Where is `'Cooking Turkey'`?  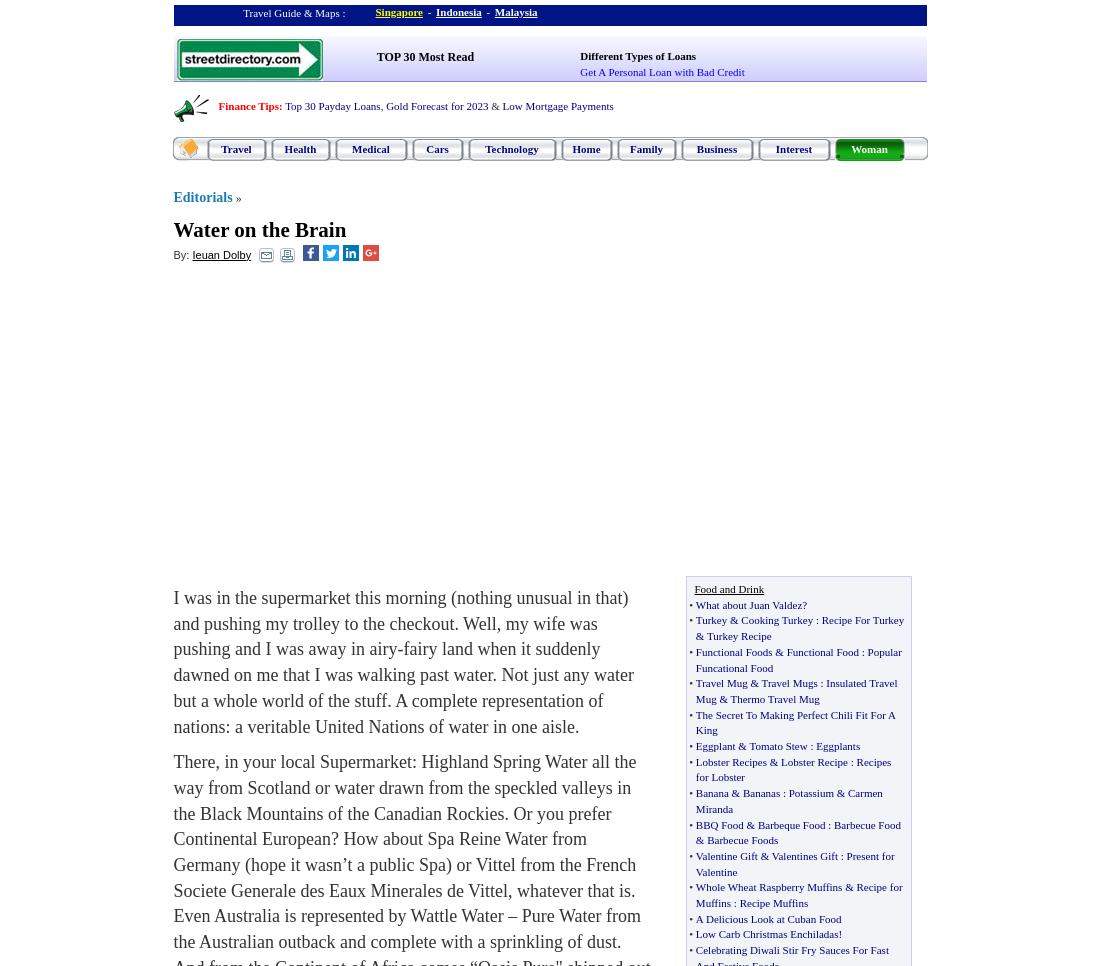 'Cooking Turkey' is located at coordinates (777, 619).